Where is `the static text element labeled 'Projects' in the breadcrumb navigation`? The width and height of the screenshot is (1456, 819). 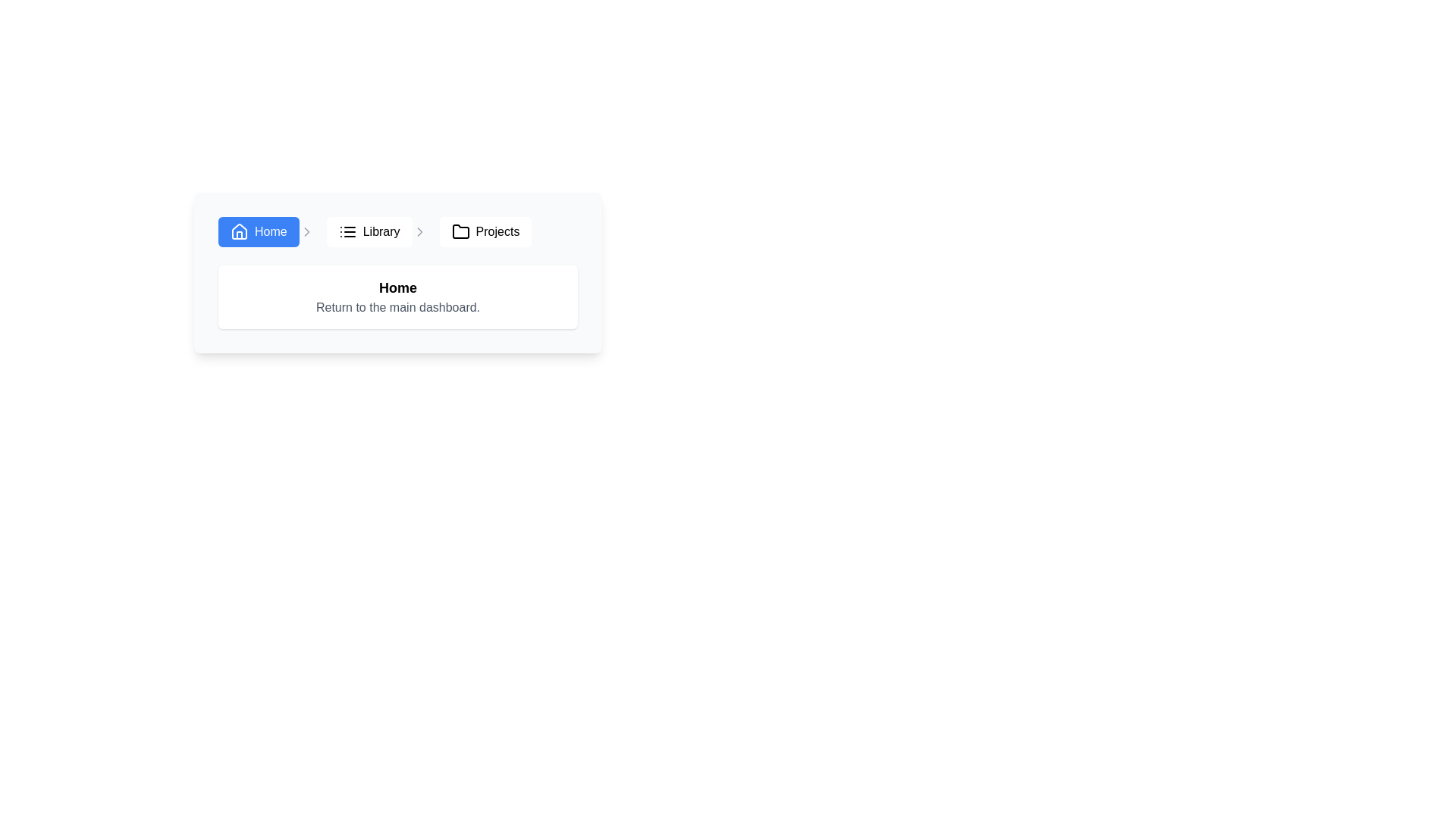 the static text element labeled 'Projects' in the breadcrumb navigation is located at coordinates (497, 231).